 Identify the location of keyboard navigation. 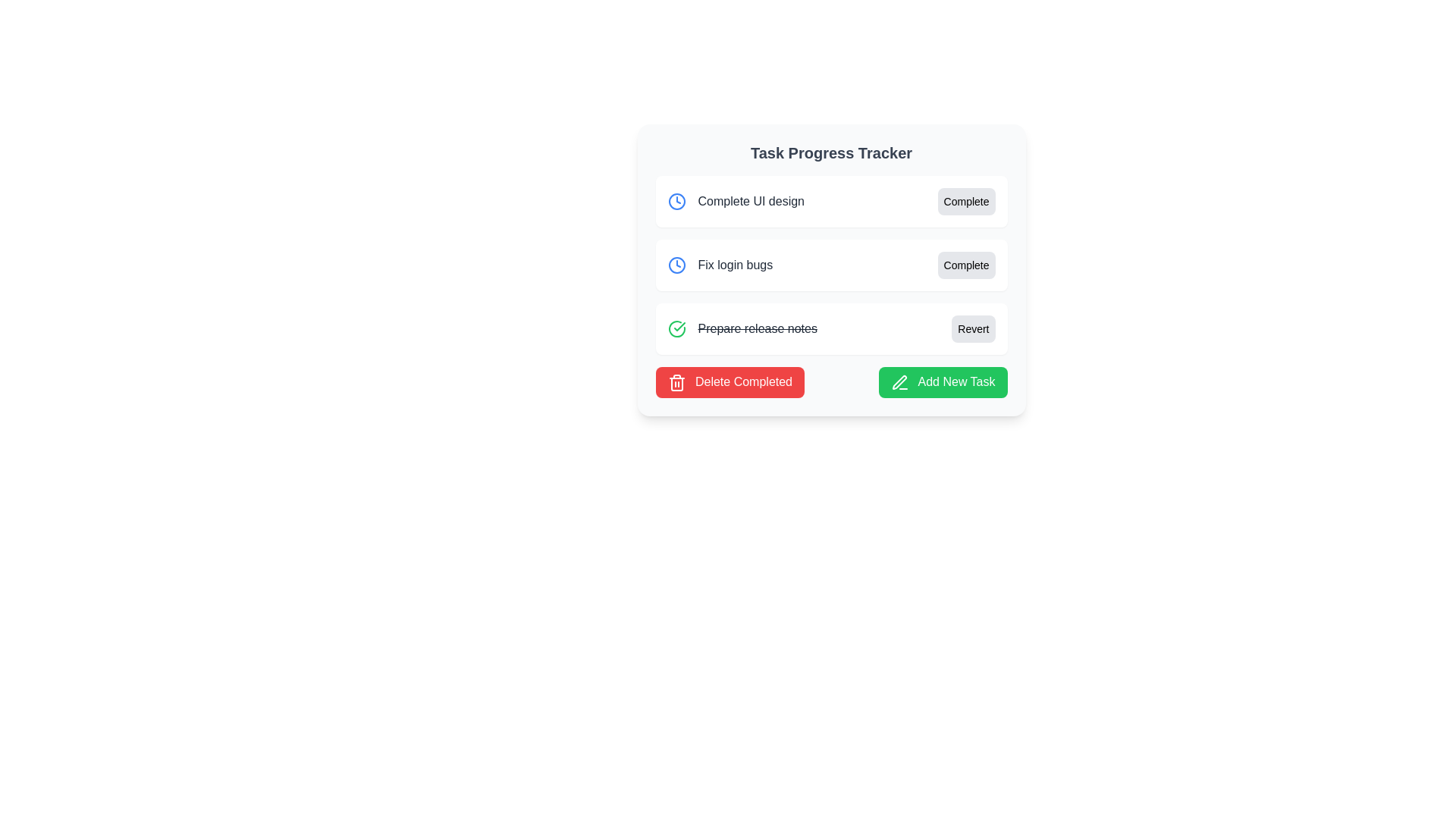
(830, 328).